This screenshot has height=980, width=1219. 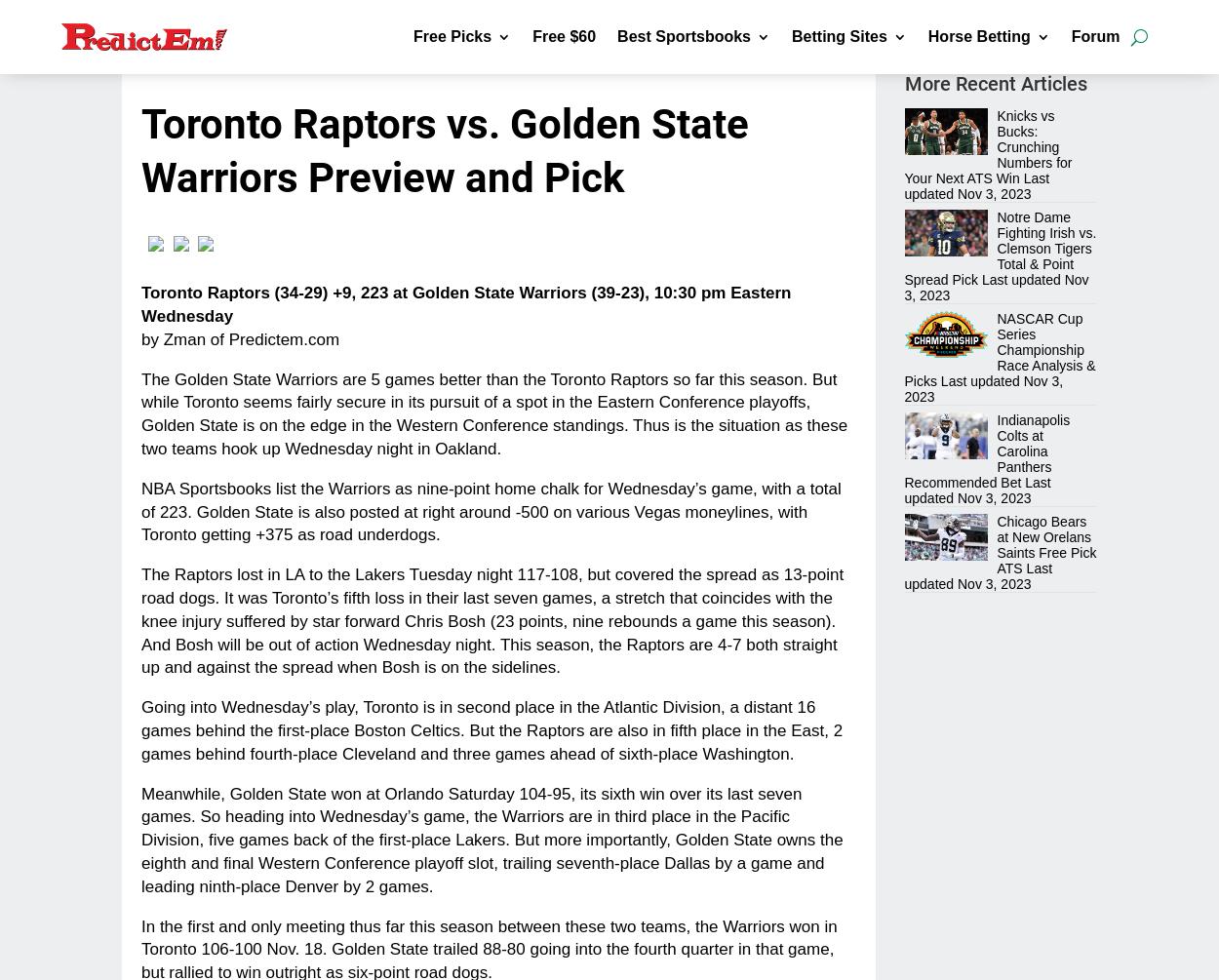 What do you see at coordinates (871, 308) in the screenshot?
I see `'SportsBetting'` at bounding box center [871, 308].